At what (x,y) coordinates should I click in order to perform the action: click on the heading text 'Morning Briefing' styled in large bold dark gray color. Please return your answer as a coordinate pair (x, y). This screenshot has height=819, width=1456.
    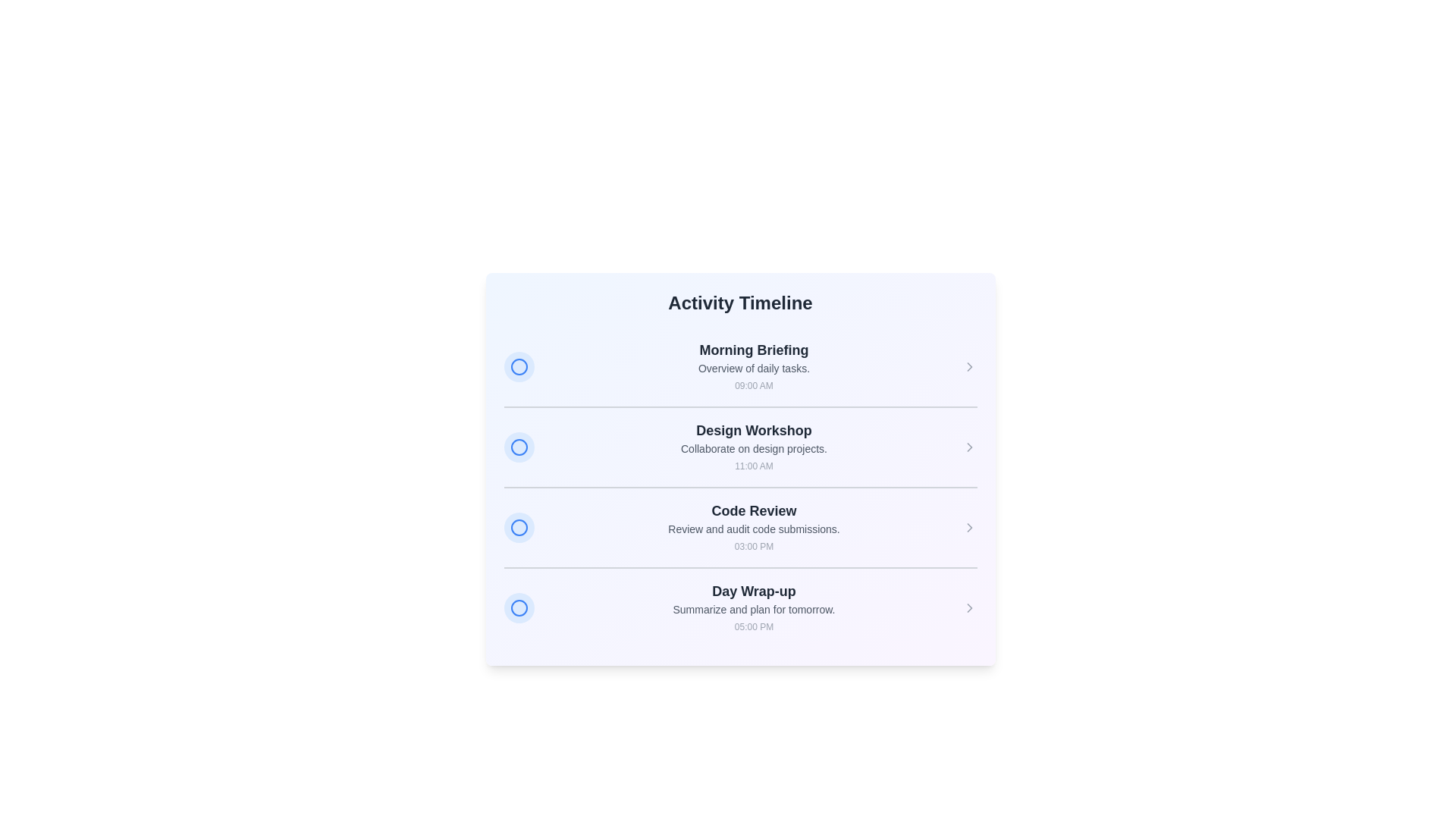
    Looking at the image, I should click on (754, 350).